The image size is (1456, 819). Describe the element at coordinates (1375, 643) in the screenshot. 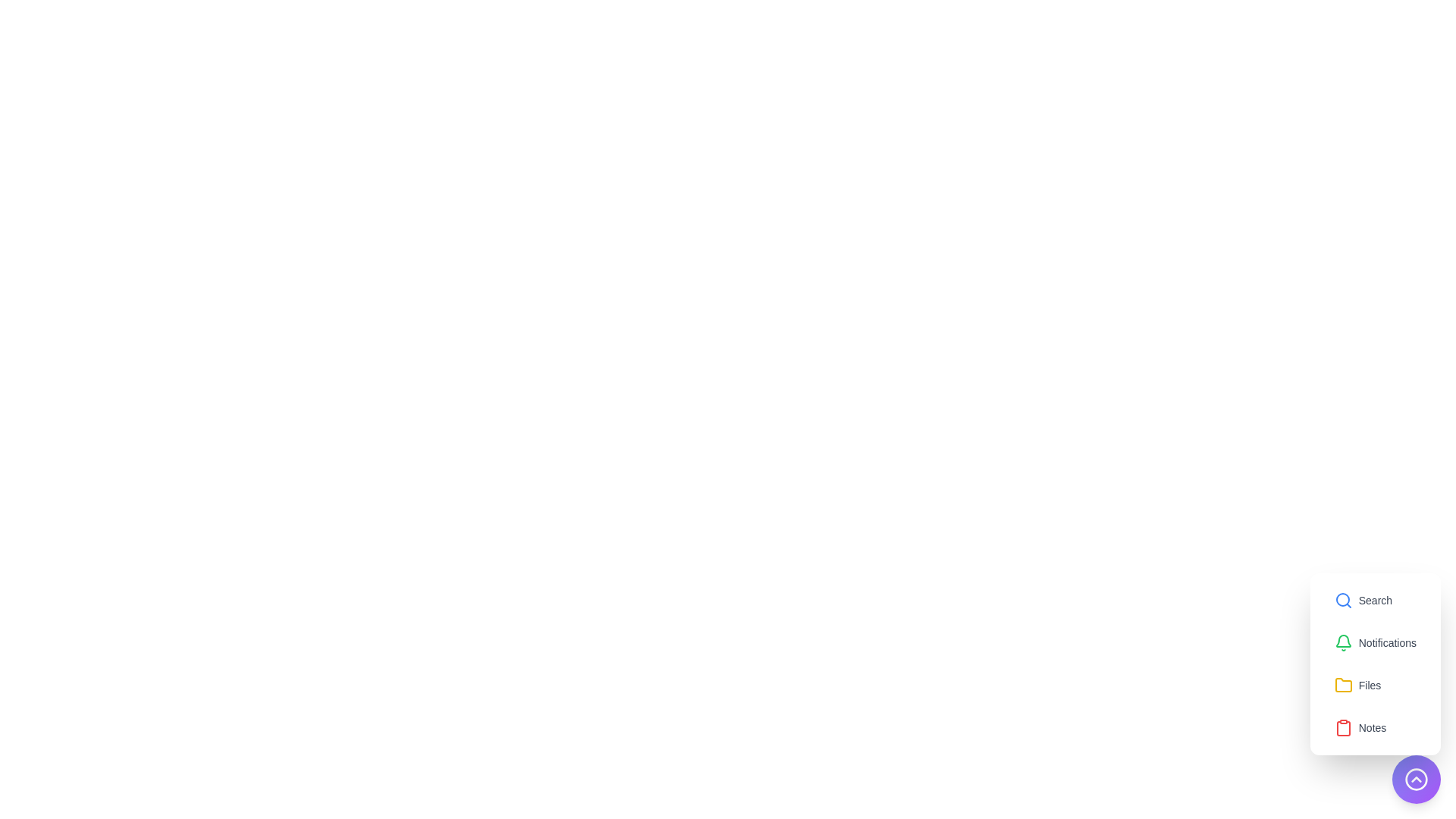

I see `the menu item labeled Notifications to reveal its hover effect` at that location.